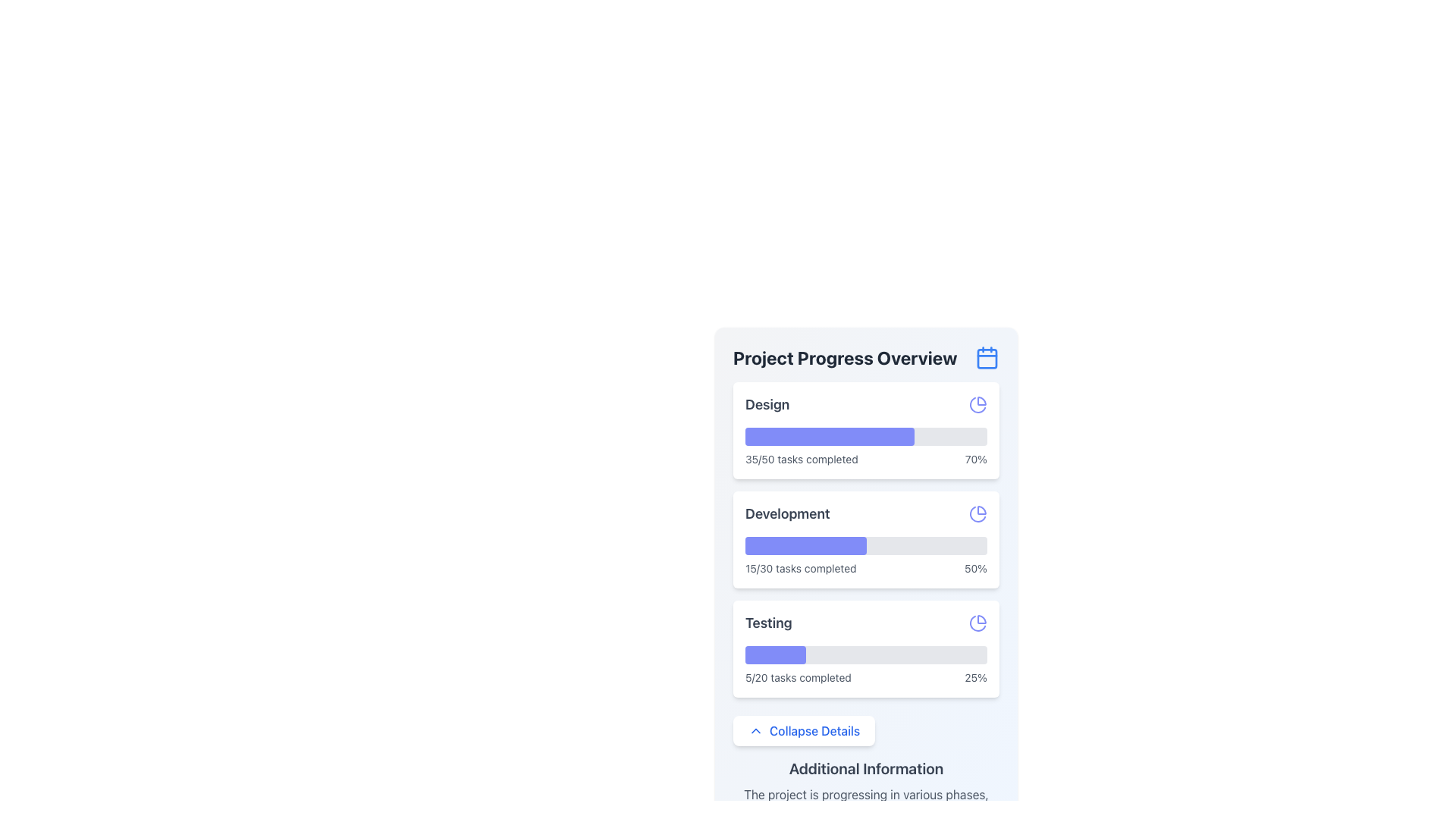 The width and height of the screenshot is (1456, 819). Describe the element at coordinates (978, 403) in the screenshot. I see `the pie chart icon located in the 'Design' category section of the project progress overview, which is positioned to the right side of the row adjacent to the text 'Design'` at that location.